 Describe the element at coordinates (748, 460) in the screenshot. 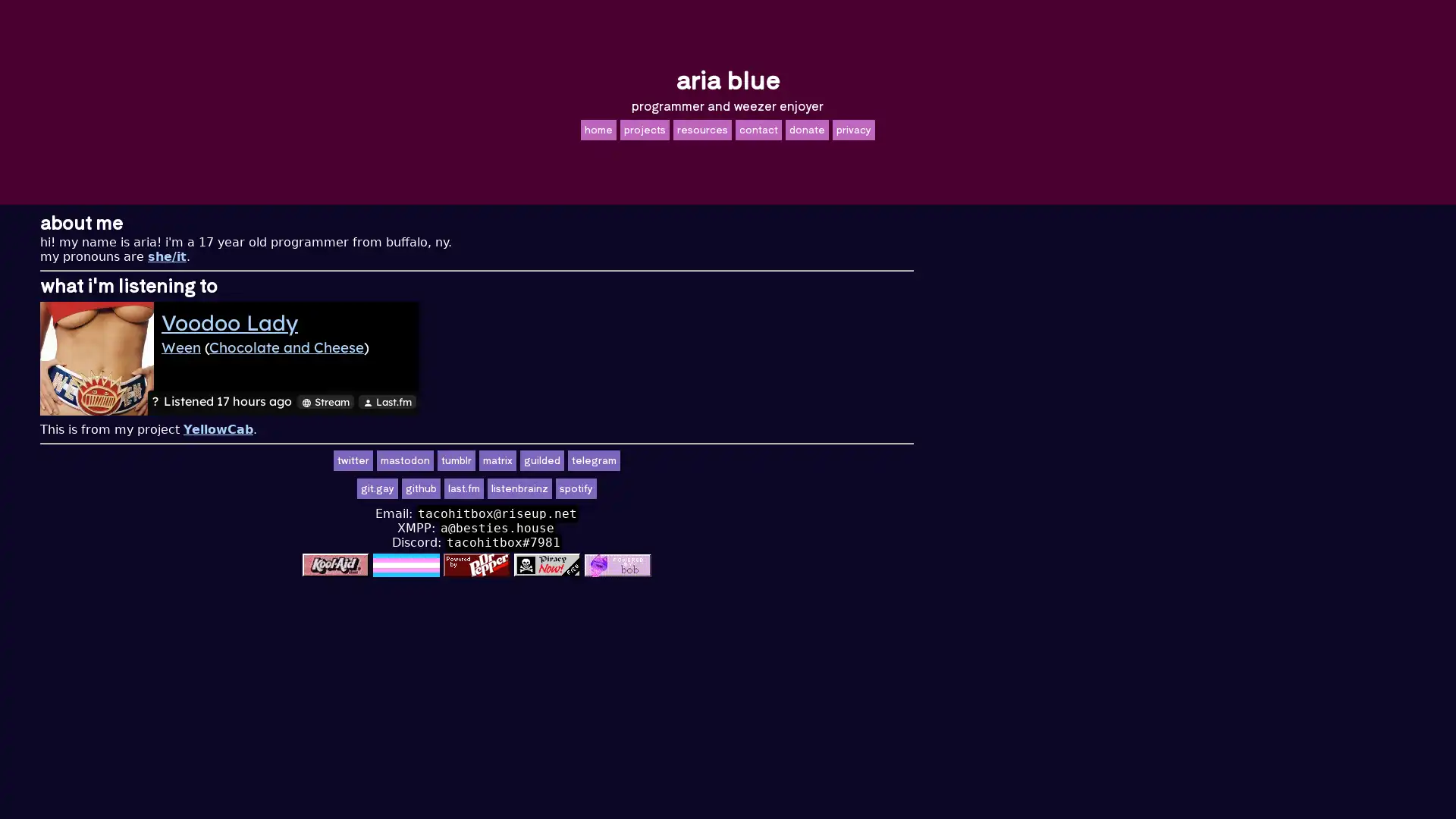

I see `matrix` at that location.